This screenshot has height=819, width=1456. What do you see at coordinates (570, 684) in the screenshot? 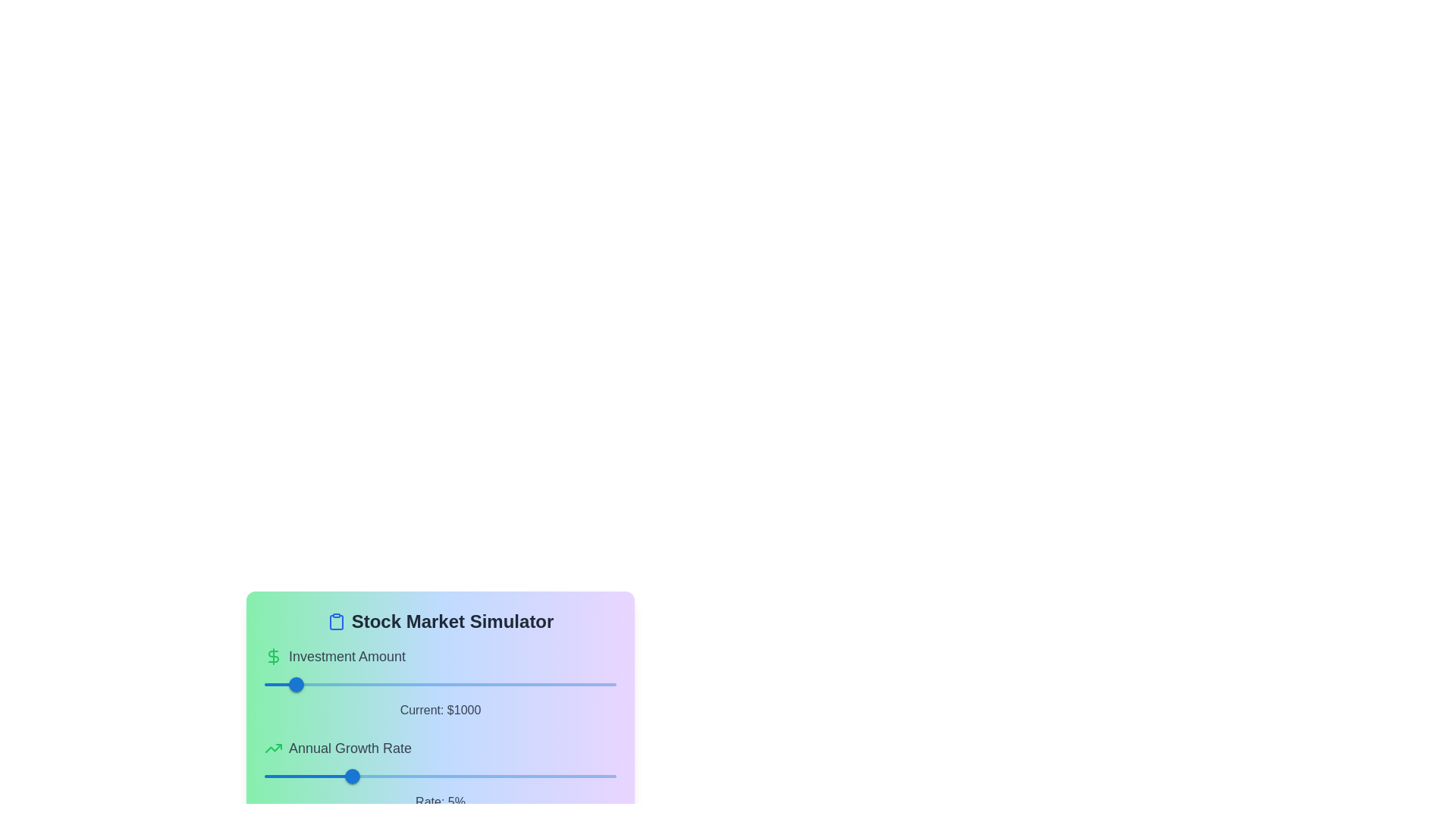
I see `the investment amount` at bounding box center [570, 684].